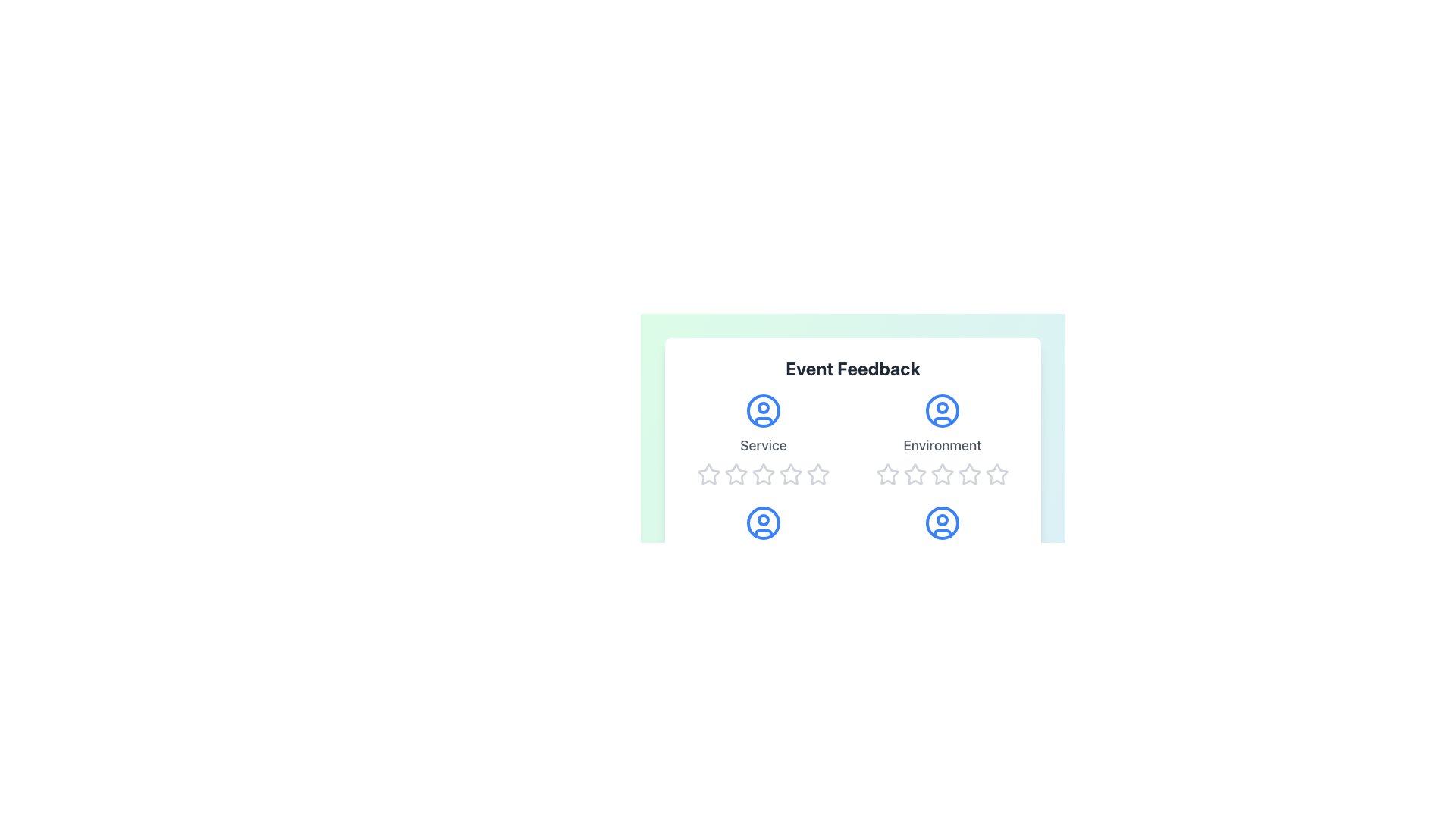 This screenshot has width=1456, height=819. I want to click on the Rating control component located below the 'Environment' label, so click(942, 473).